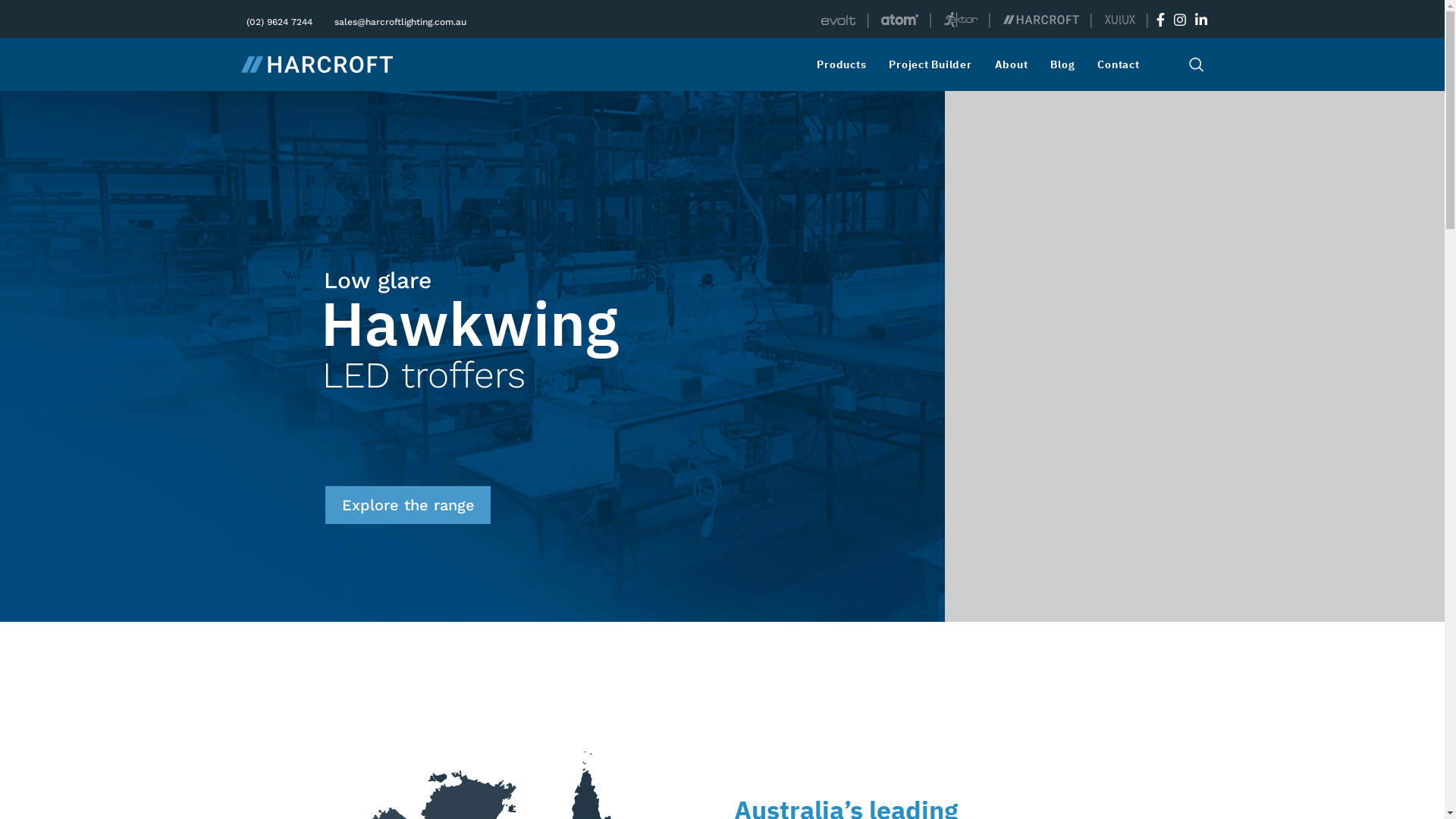 This screenshot has width=1456, height=819. I want to click on 'Search', so click(1196, 63).